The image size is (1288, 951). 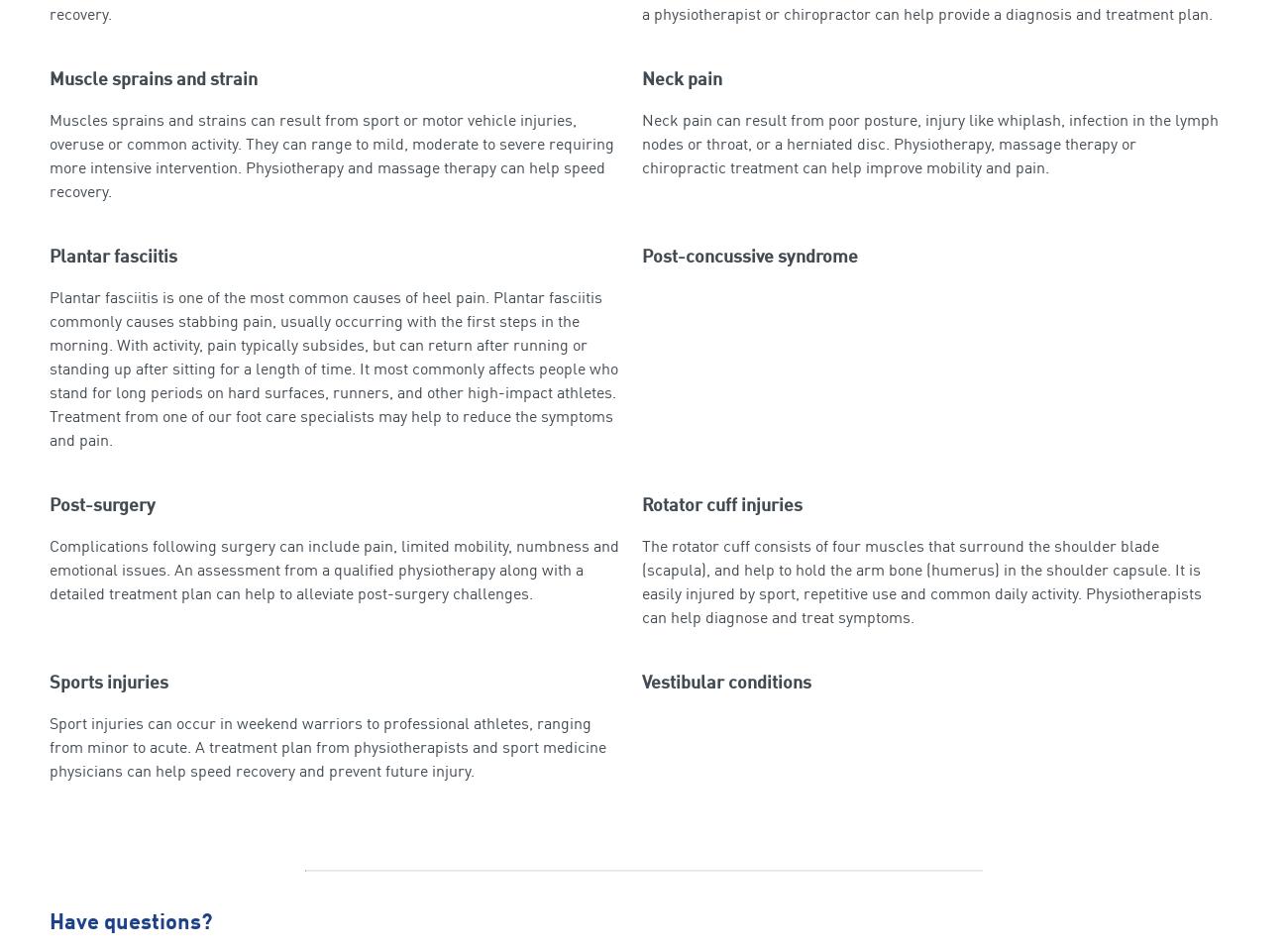 I want to click on 'Plantar fasciitis', so click(x=112, y=256).